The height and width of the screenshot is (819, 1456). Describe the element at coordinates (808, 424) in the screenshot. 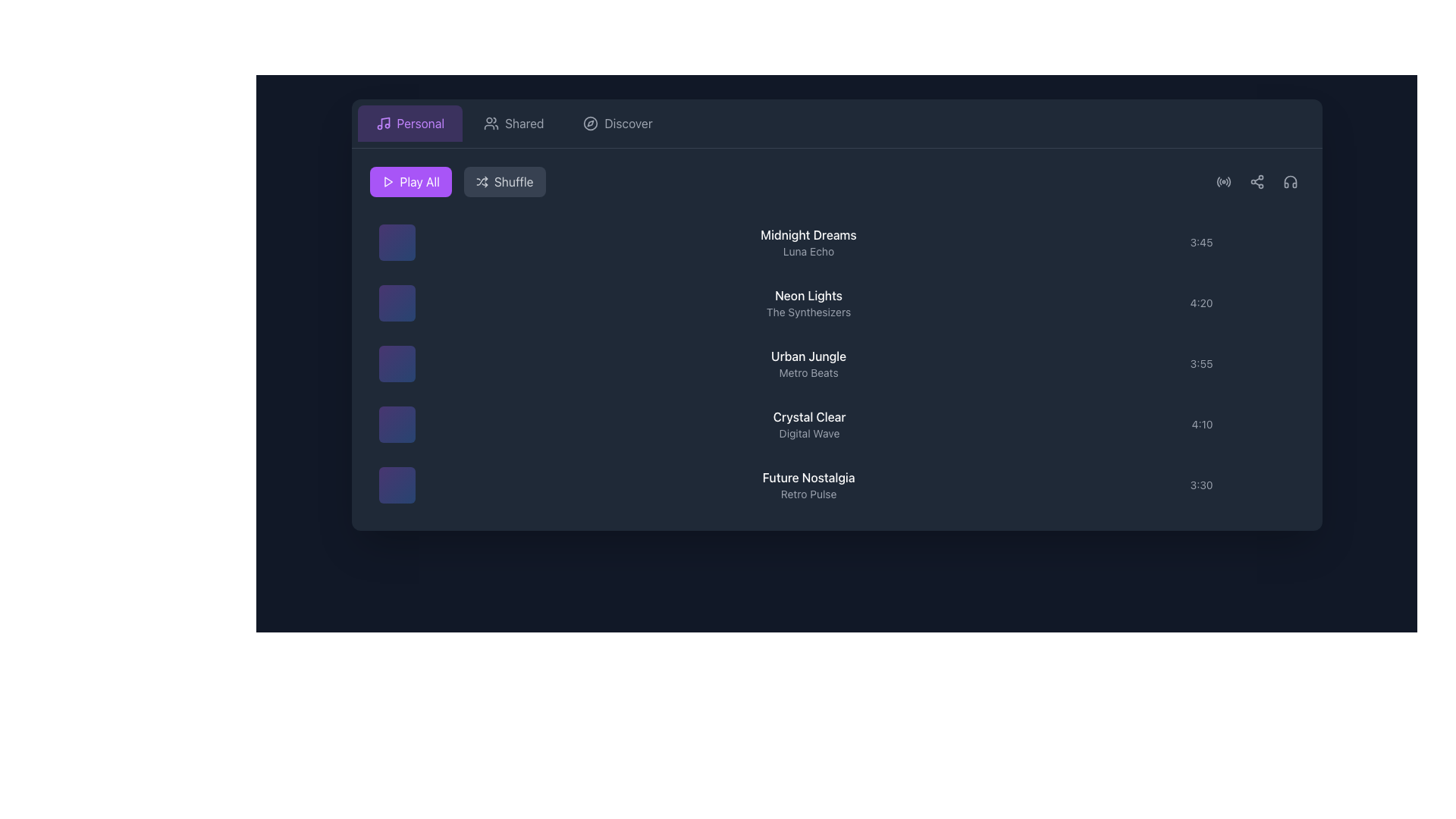

I see `the Text Component displaying 'Crystal Clear' and 'Digital Wave', which is the fourth item in the list, located in the middle section of the content panel` at that location.